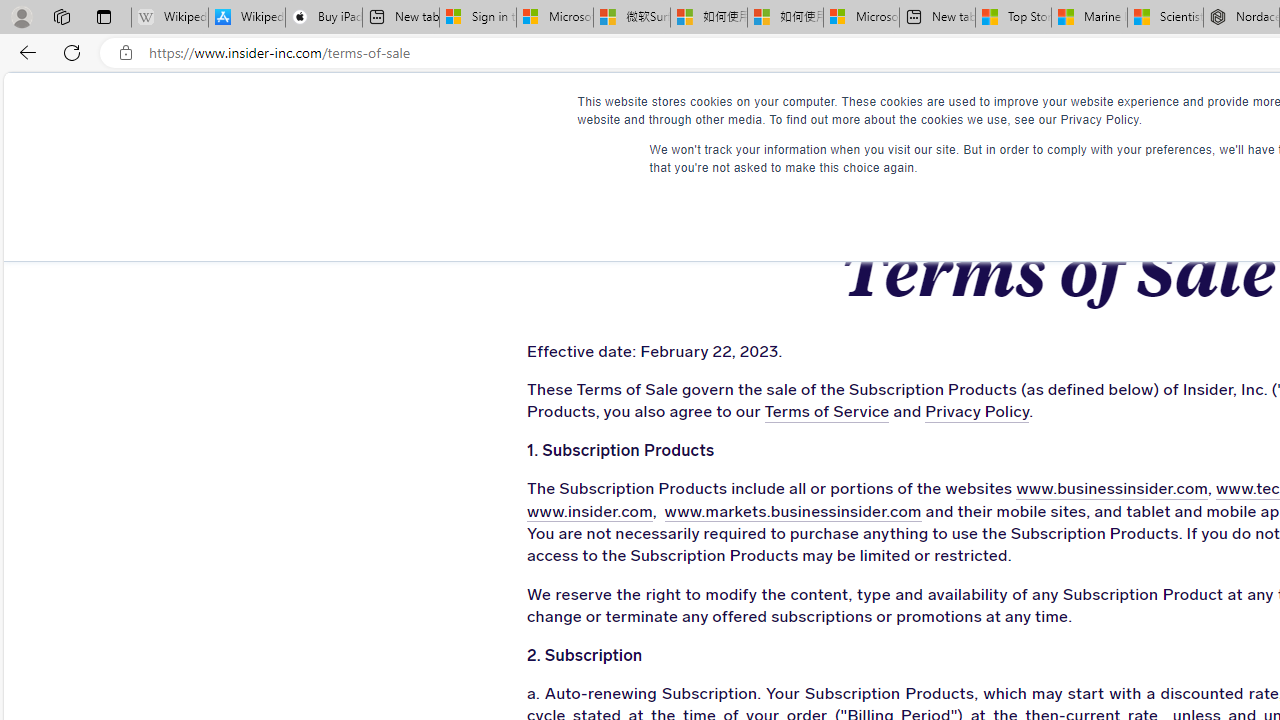 This screenshot has width=1280, height=720. Describe the element at coordinates (1088, 17) in the screenshot. I see `'Marine life - MSN'` at that location.